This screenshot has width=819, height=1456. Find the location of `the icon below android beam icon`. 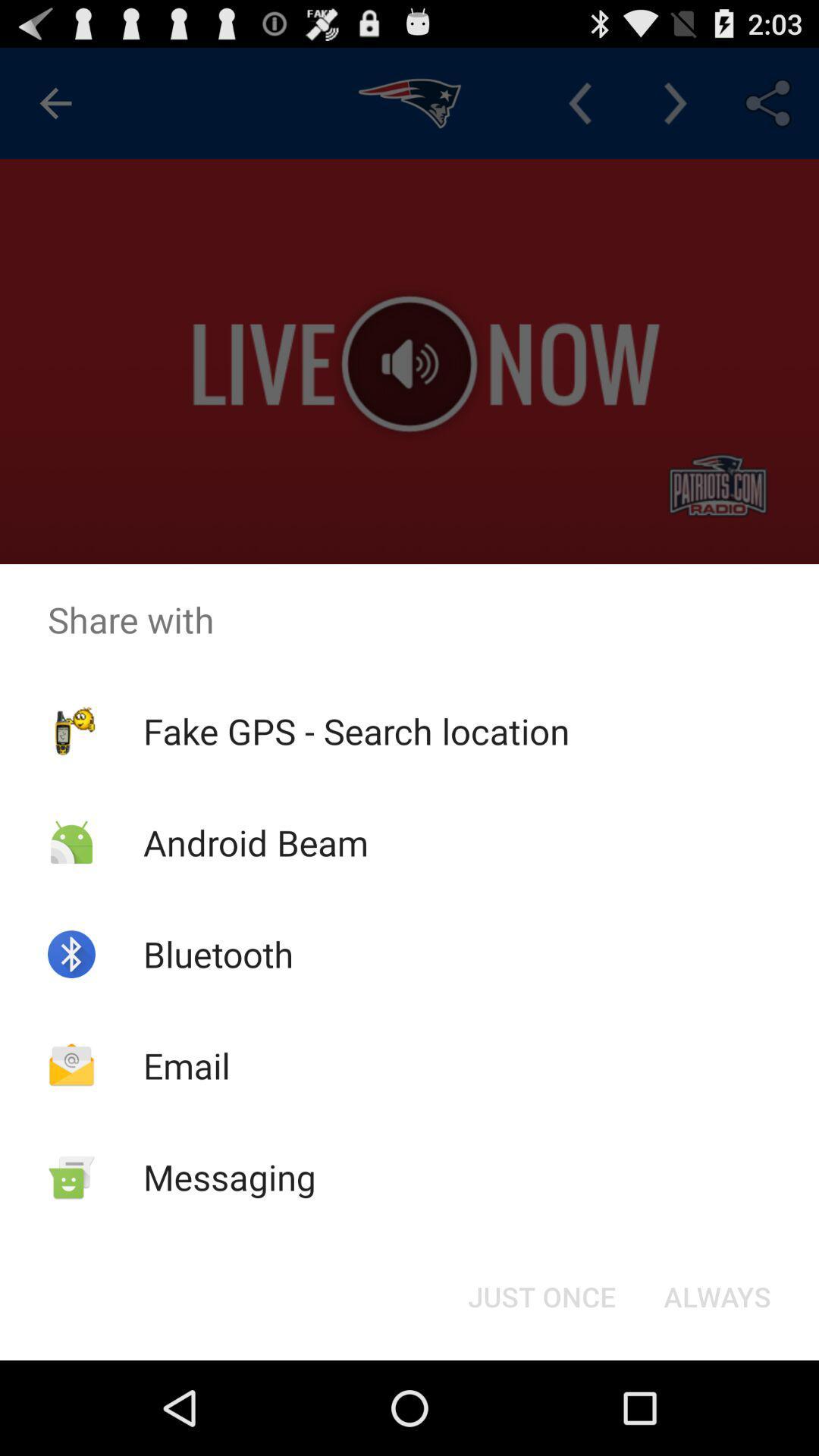

the icon below android beam icon is located at coordinates (218, 953).